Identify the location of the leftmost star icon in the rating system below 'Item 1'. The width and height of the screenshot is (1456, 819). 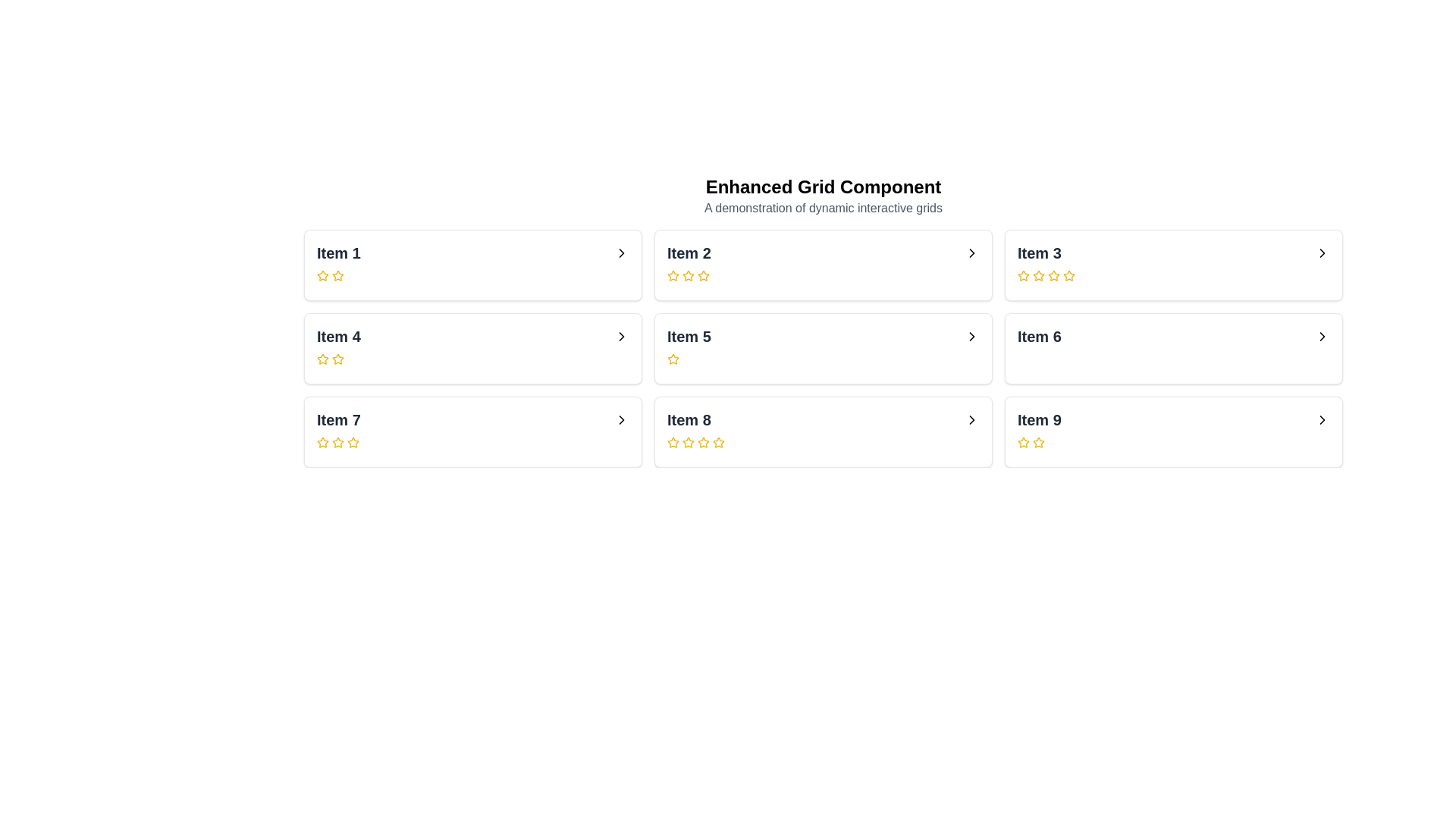
(322, 275).